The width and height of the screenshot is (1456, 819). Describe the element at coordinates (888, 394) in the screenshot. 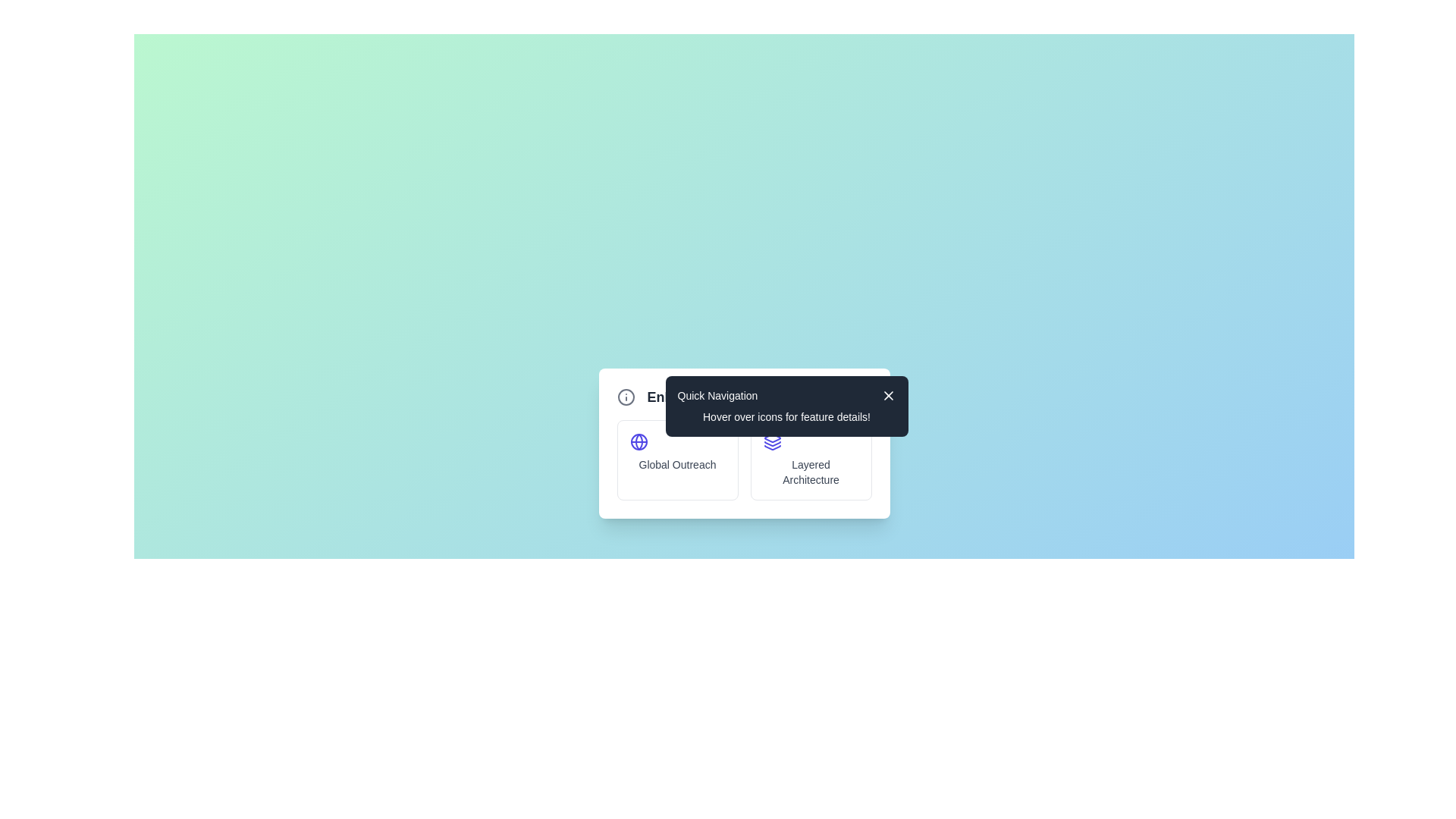

I see `the close button located to the far right of the 'Quick Navigation' header area to observe the color change` at that location.